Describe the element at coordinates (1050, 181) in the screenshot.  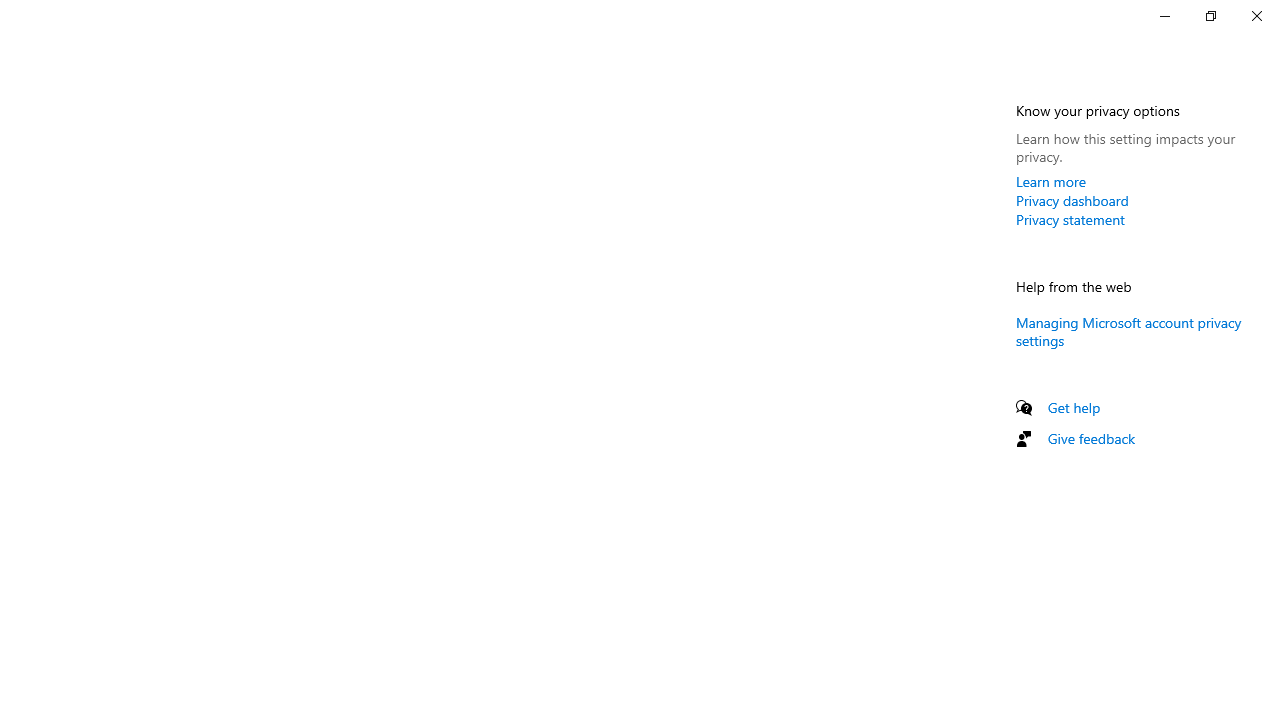
I see `'Learn more'` at that location.